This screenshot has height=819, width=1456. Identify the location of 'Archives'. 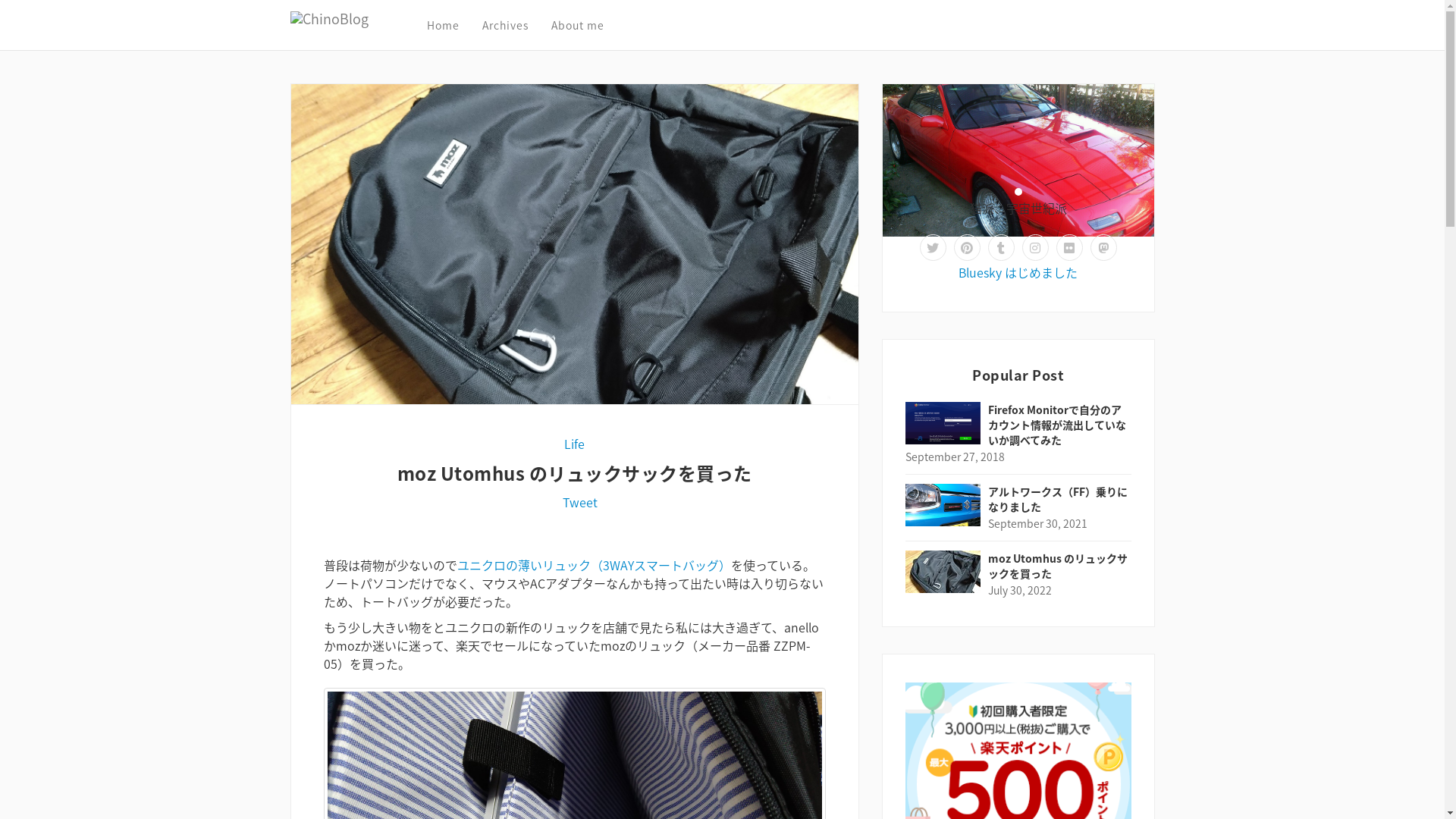
(481, 25).